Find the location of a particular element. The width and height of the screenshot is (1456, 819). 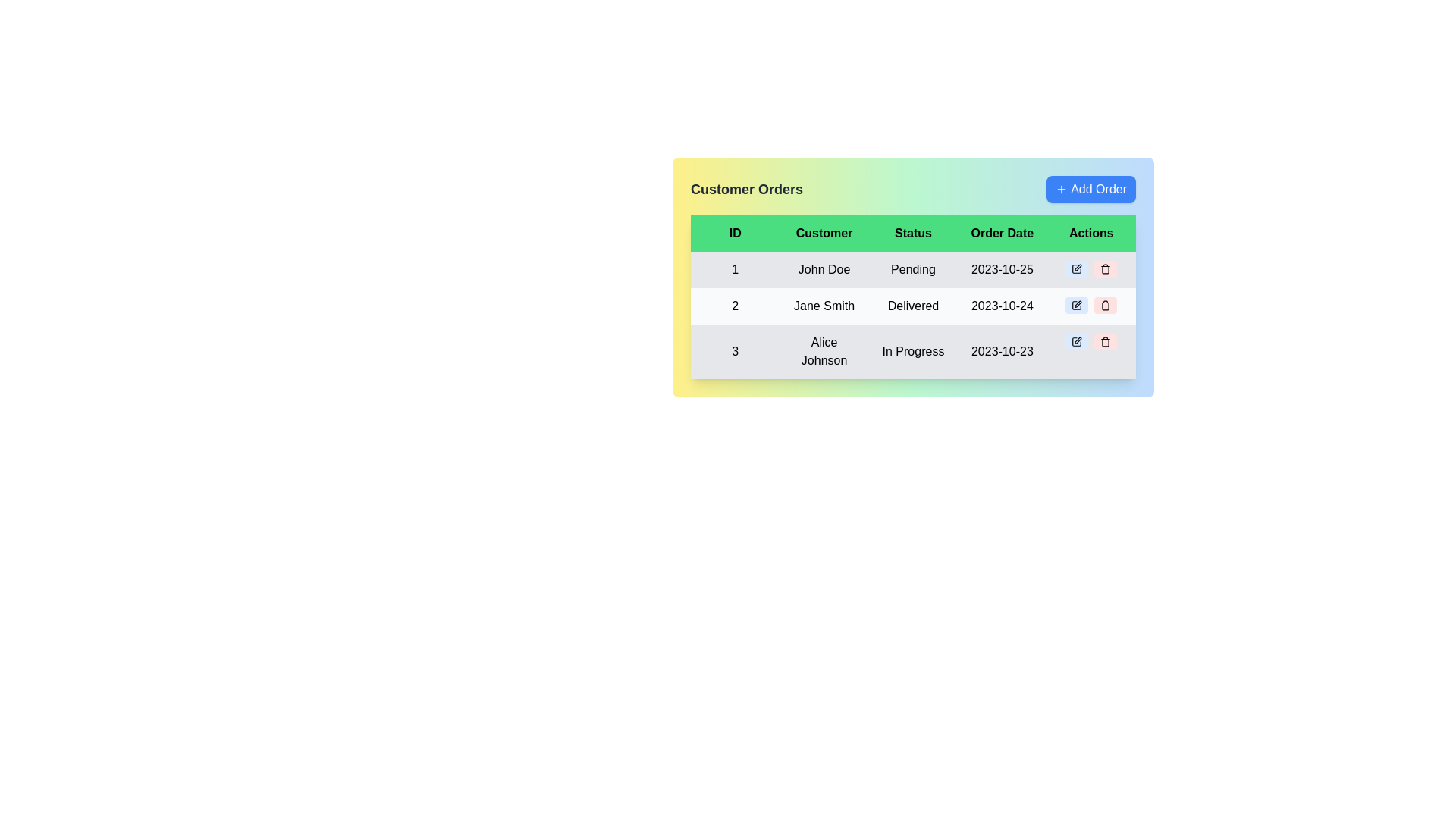

the table cell displaying the text 'Jane Smith' which is located in the second column of the second row within a table layout is located at coordinates (824, 306).